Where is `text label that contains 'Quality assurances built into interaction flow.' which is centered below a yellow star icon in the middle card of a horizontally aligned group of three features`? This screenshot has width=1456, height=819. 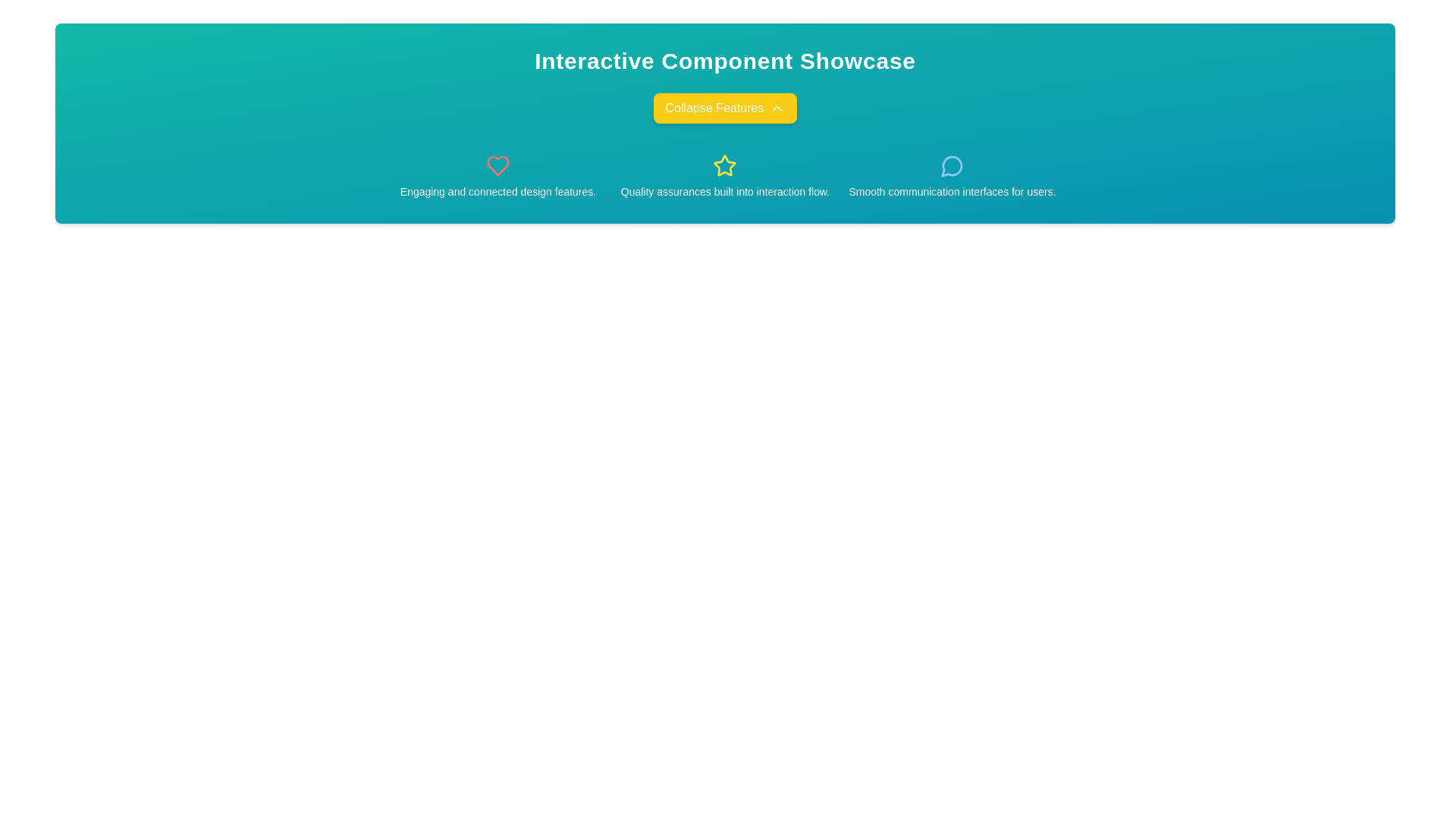
text label that contains 'Quality assurances built into interaction flow.' which is centered below a yellow star icon in the middle card of a horizontally aligned group of three features is located at coordinates (724, 191).